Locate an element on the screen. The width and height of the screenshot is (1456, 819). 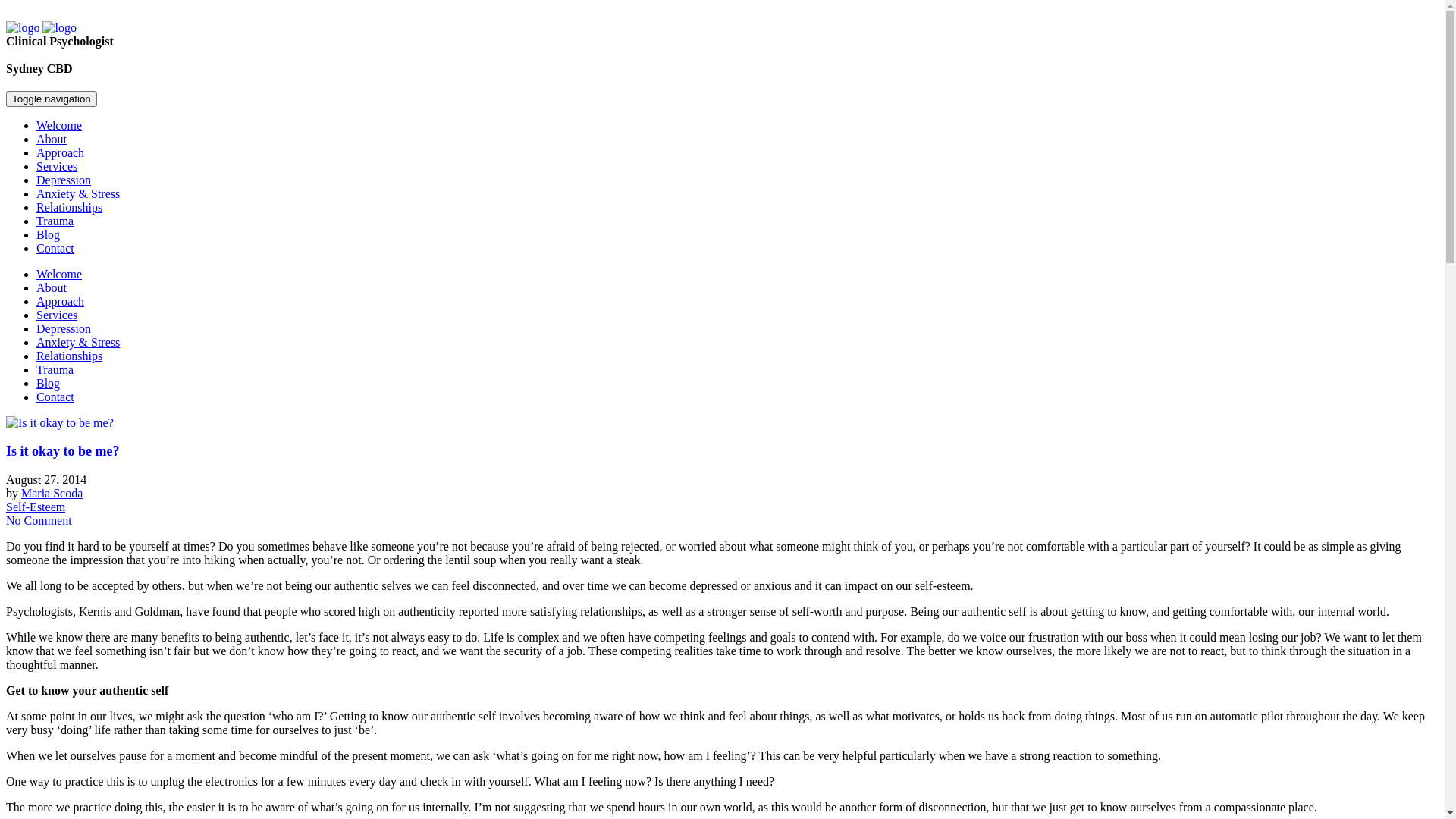
'Relationships' is located at coordinates (68, 356).